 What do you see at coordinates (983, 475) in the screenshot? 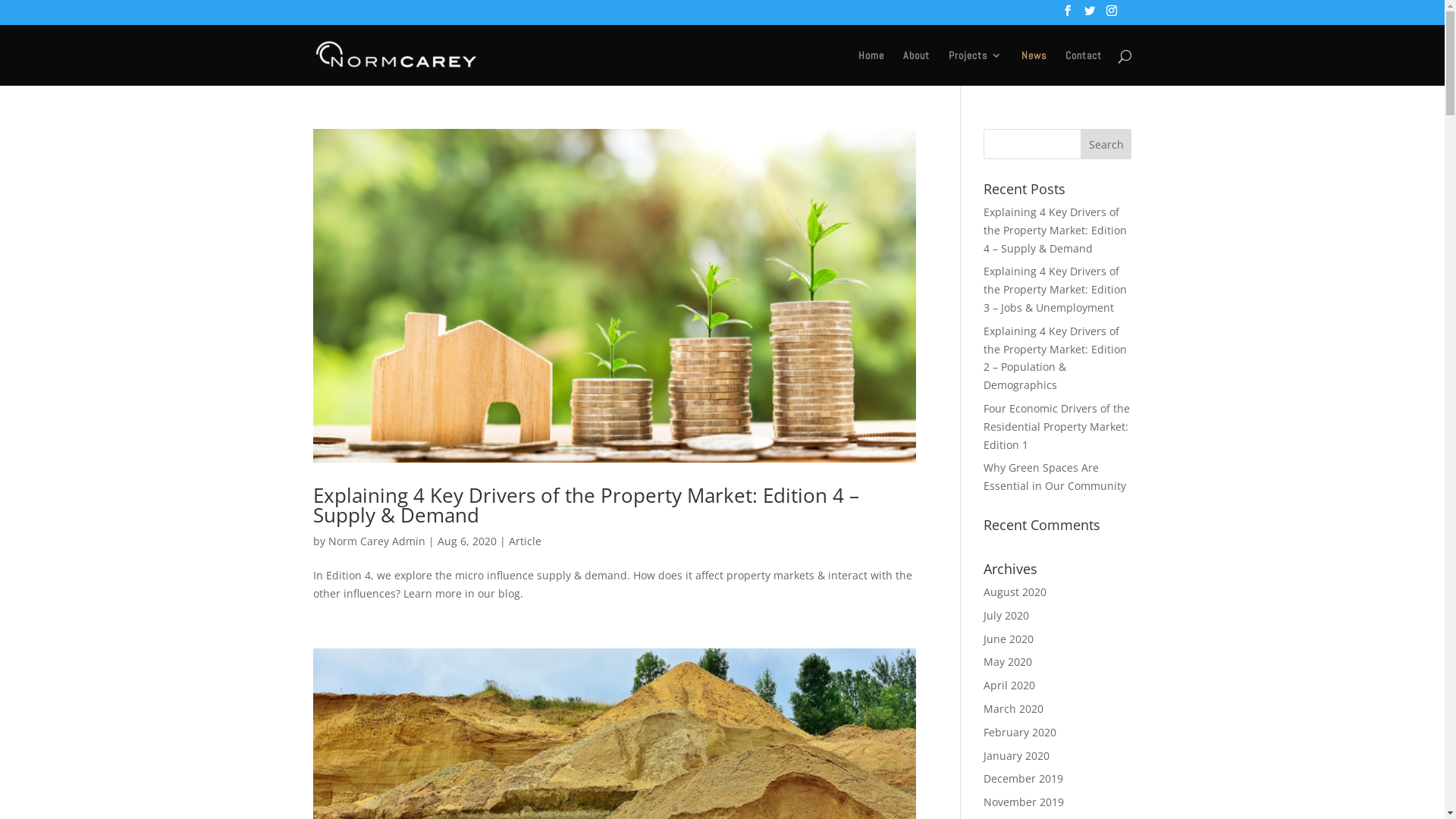
I see `'Why Green Spaces Are Essential in Our Community'` at bounding box center [983, 475].